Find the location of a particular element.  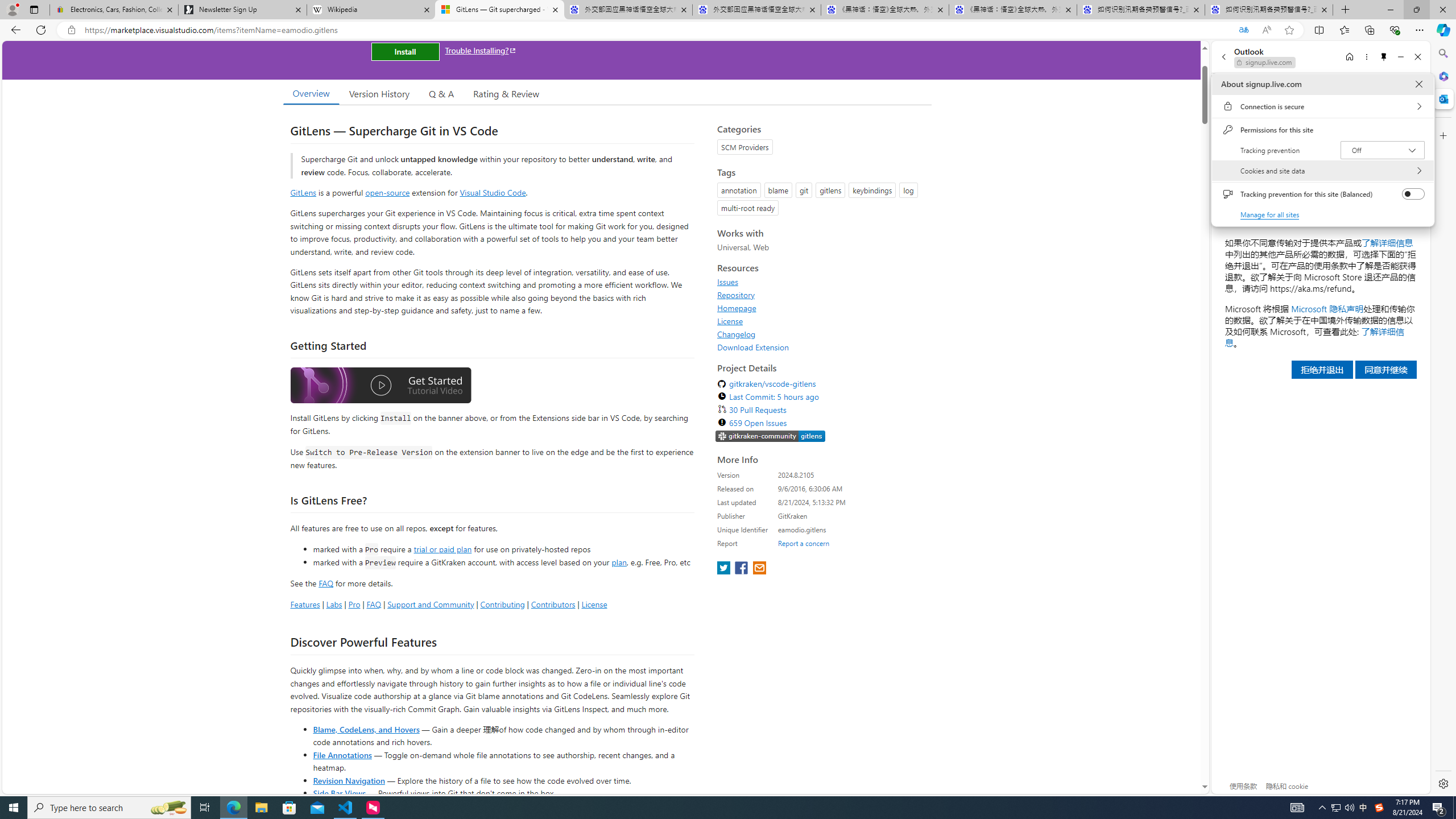

'Tracking prevention Off' is located at coordinates (1383, 150).